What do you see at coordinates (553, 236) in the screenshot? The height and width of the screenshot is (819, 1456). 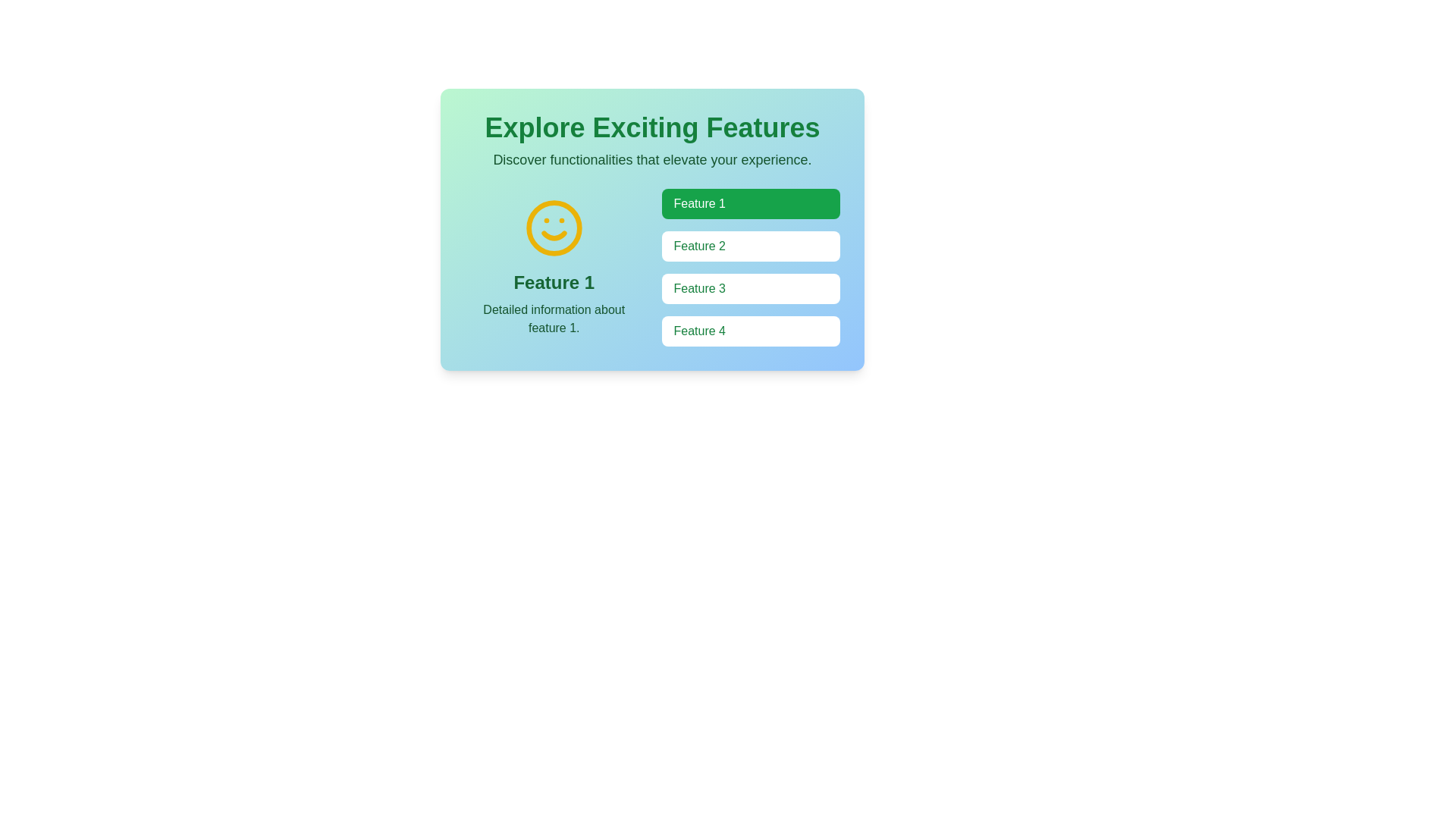 I see `the curved line representing the mouth of the smiley face icon, which is yellow and located to the left of the 'Feature 1' label` at bounding box center [553, 236].